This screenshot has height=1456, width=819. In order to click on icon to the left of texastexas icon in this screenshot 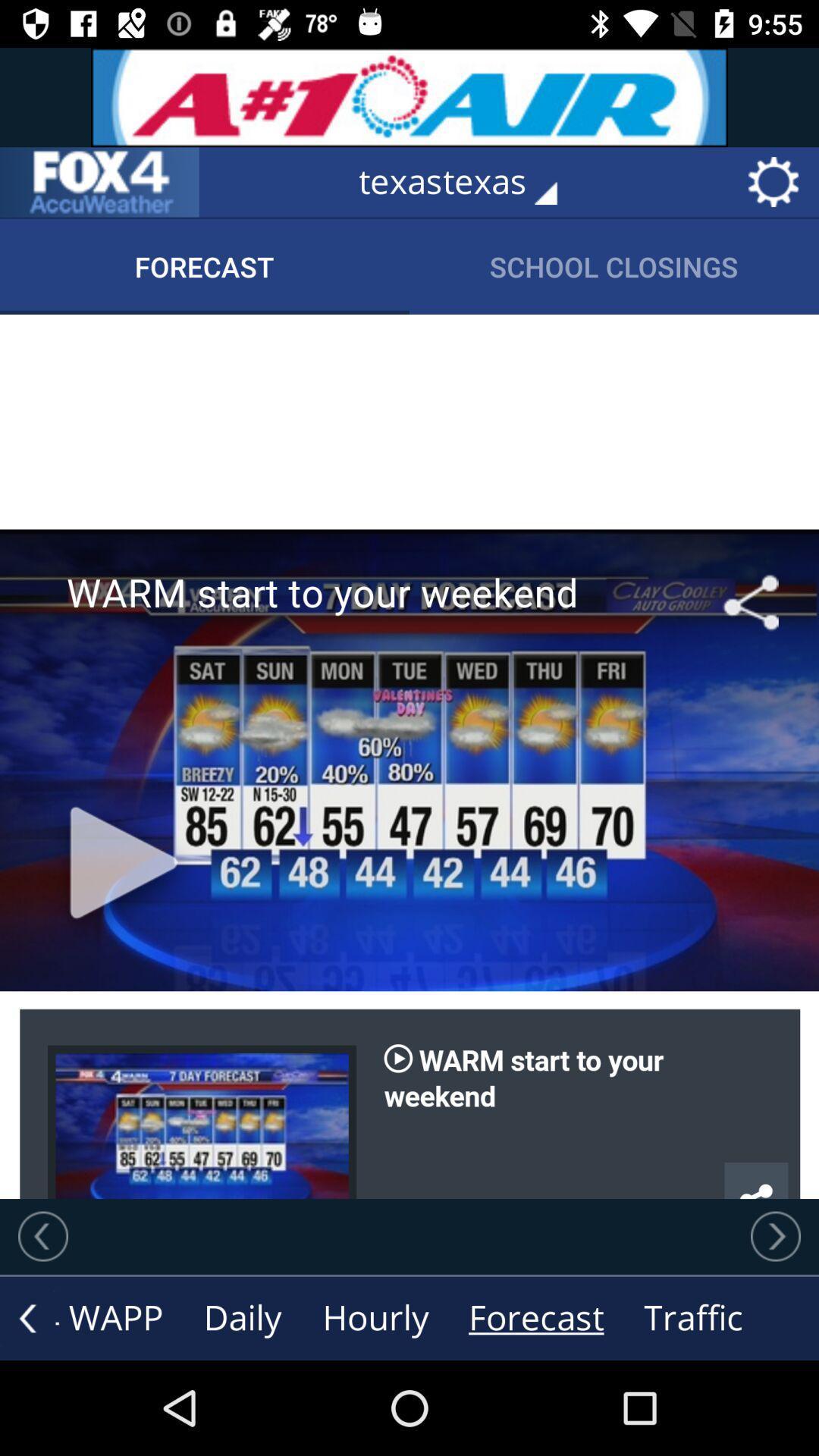, I will do `click(99, 182)`.